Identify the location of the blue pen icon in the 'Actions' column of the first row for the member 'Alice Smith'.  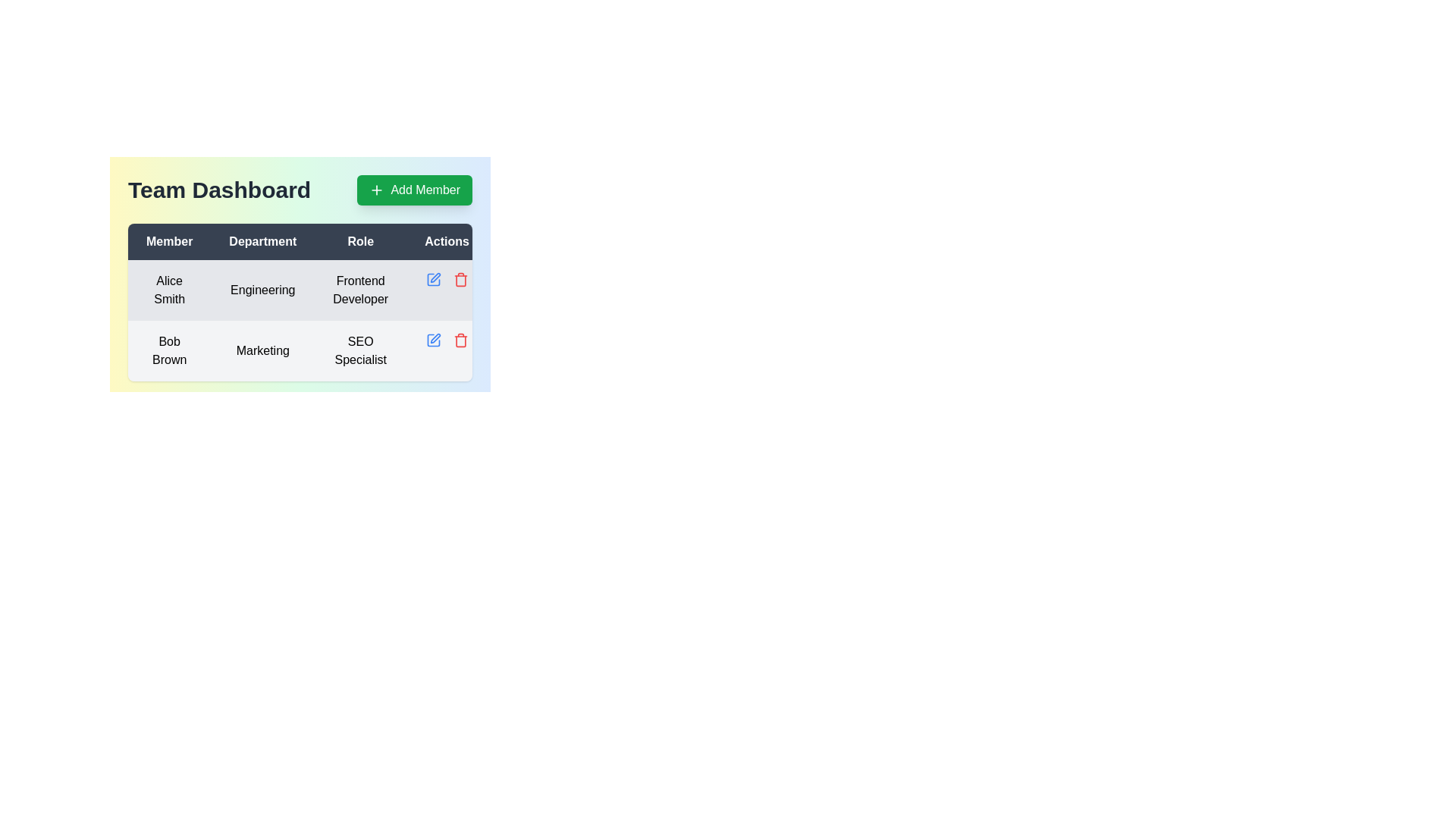
(432, 280).